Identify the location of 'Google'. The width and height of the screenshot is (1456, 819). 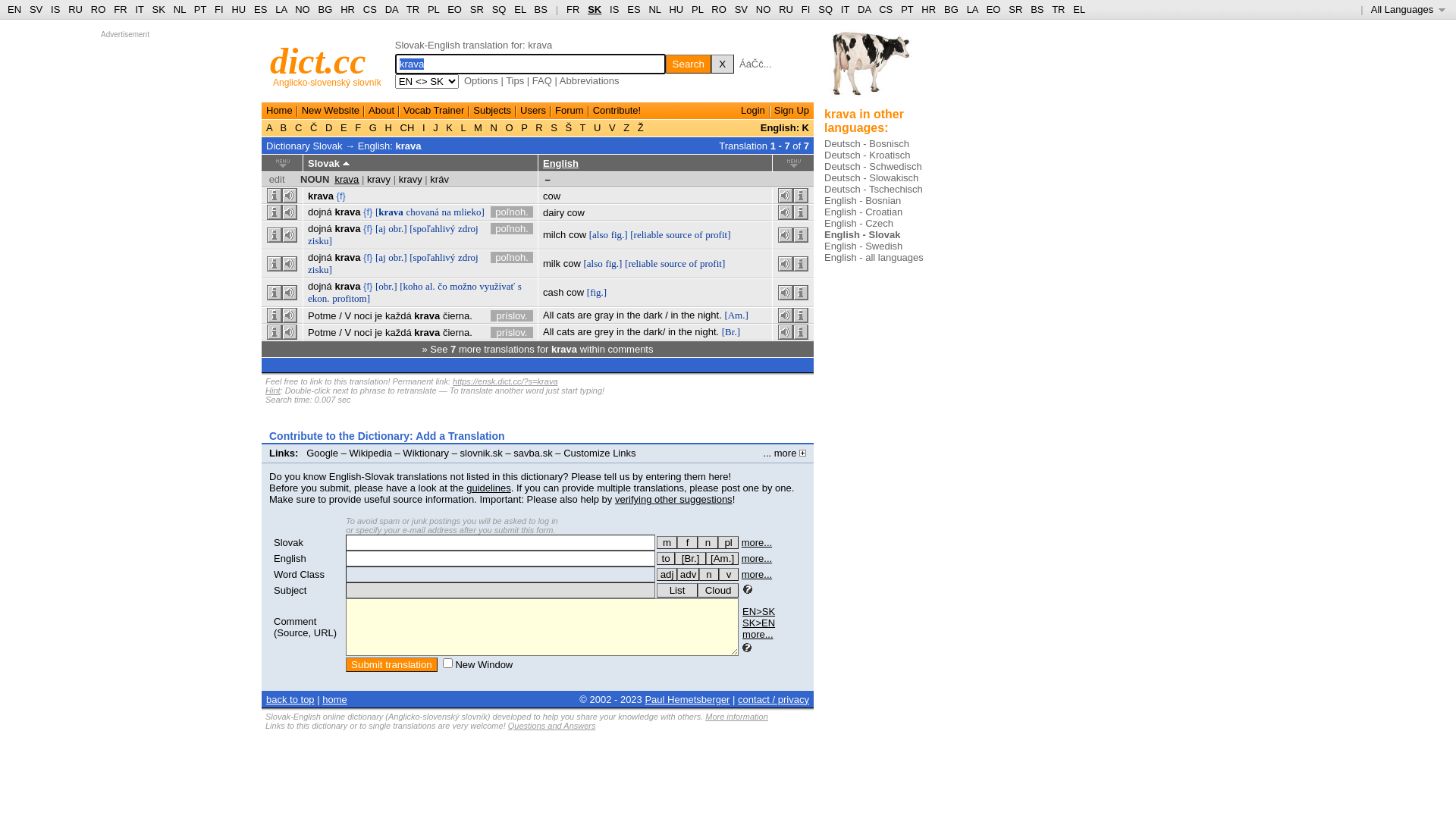
(305, 452).